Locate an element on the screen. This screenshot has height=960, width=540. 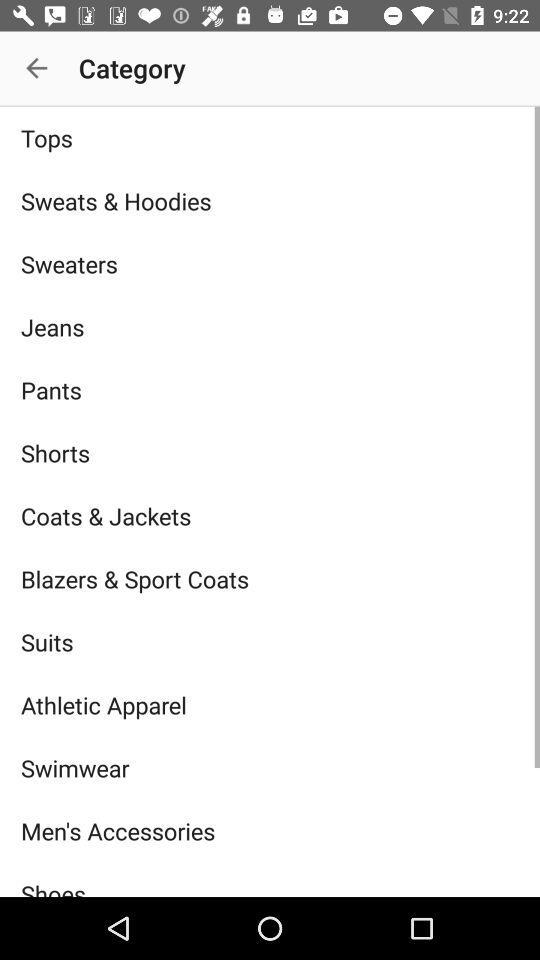
the icon below coats & jackets is located at coordinates (270, 579).